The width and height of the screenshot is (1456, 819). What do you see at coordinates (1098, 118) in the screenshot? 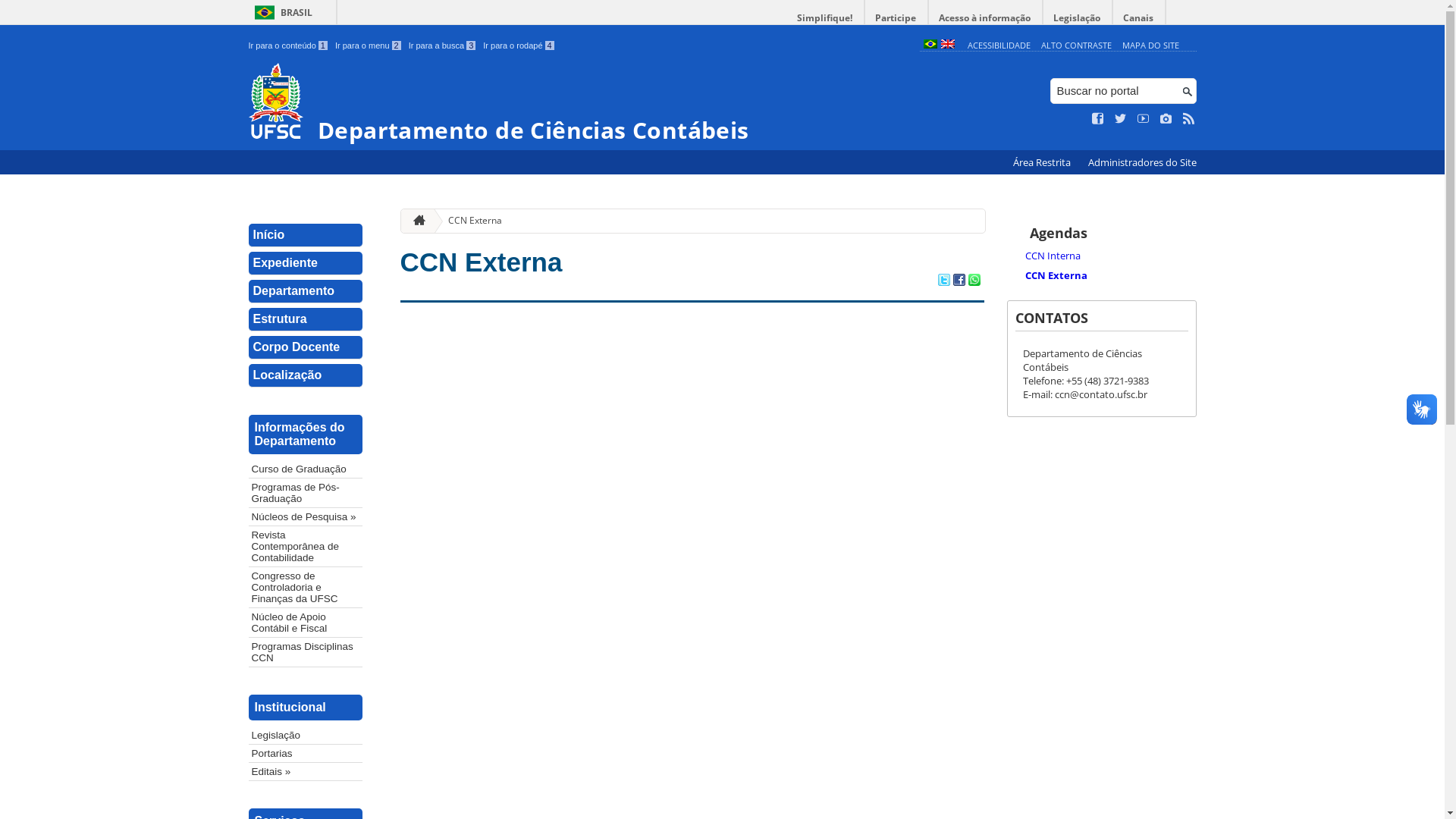
I see `'Curta no Facebook'` at bounding box center [1098, 118].